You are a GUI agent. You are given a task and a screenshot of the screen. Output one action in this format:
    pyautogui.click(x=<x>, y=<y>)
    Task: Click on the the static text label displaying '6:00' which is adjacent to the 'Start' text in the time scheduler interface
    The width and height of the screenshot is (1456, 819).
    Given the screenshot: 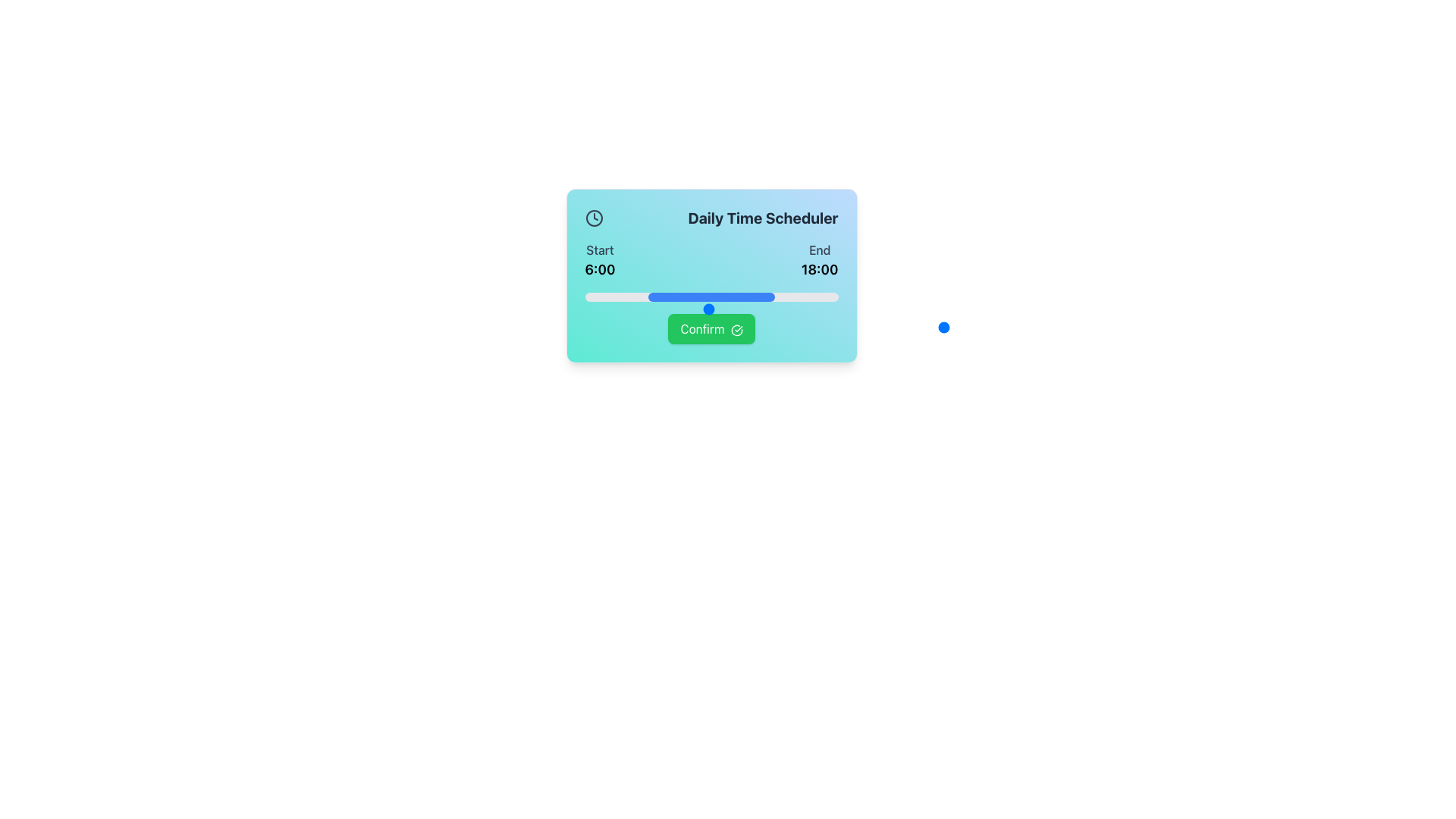 What is the action you would take?
    pyautogui.click(x=599, y=268)
    